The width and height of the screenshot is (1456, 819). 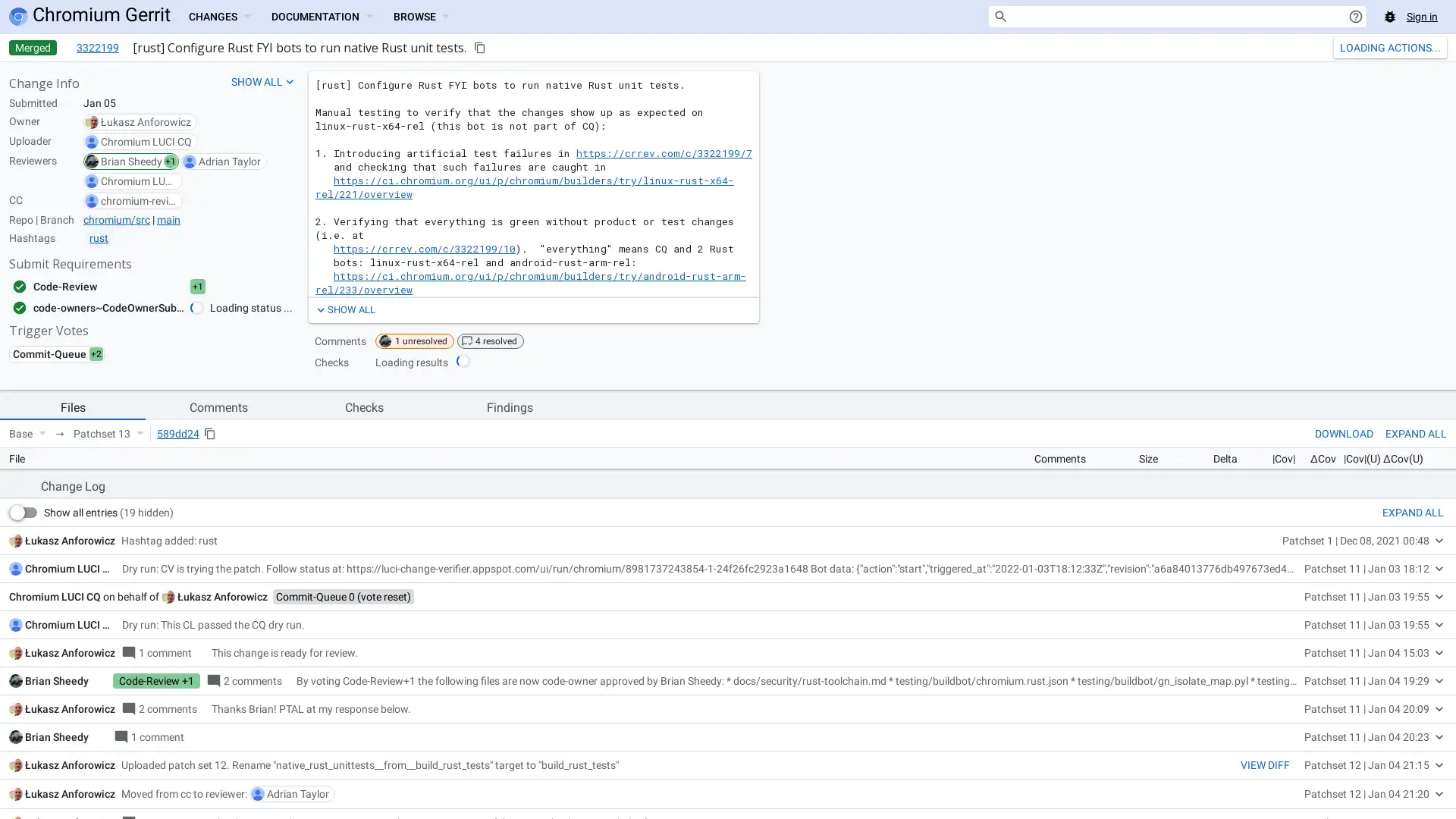 I want to click on satisfied Code-Review +1, so click(x=124, y=287).